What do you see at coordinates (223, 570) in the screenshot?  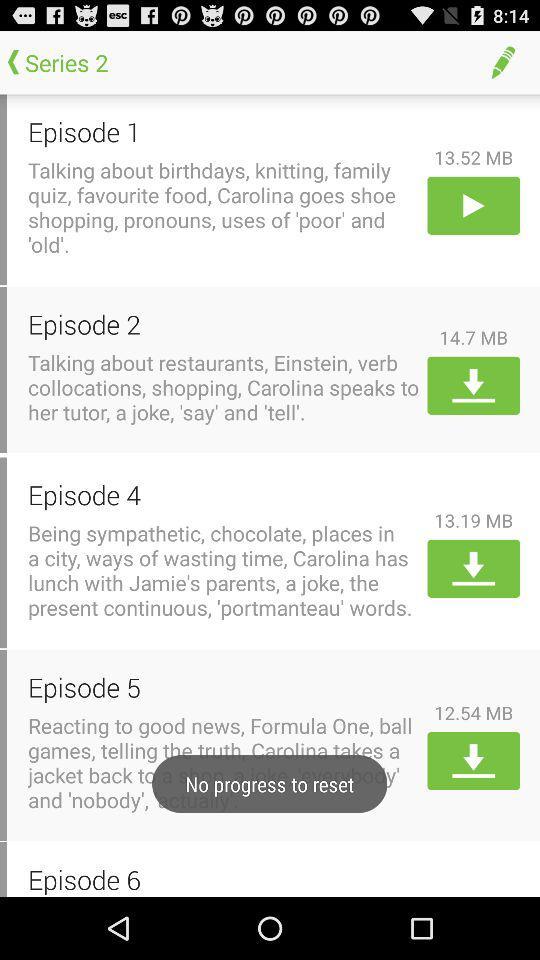 I see `the icon below the episode 4 app` at bounding box center [223, 570].